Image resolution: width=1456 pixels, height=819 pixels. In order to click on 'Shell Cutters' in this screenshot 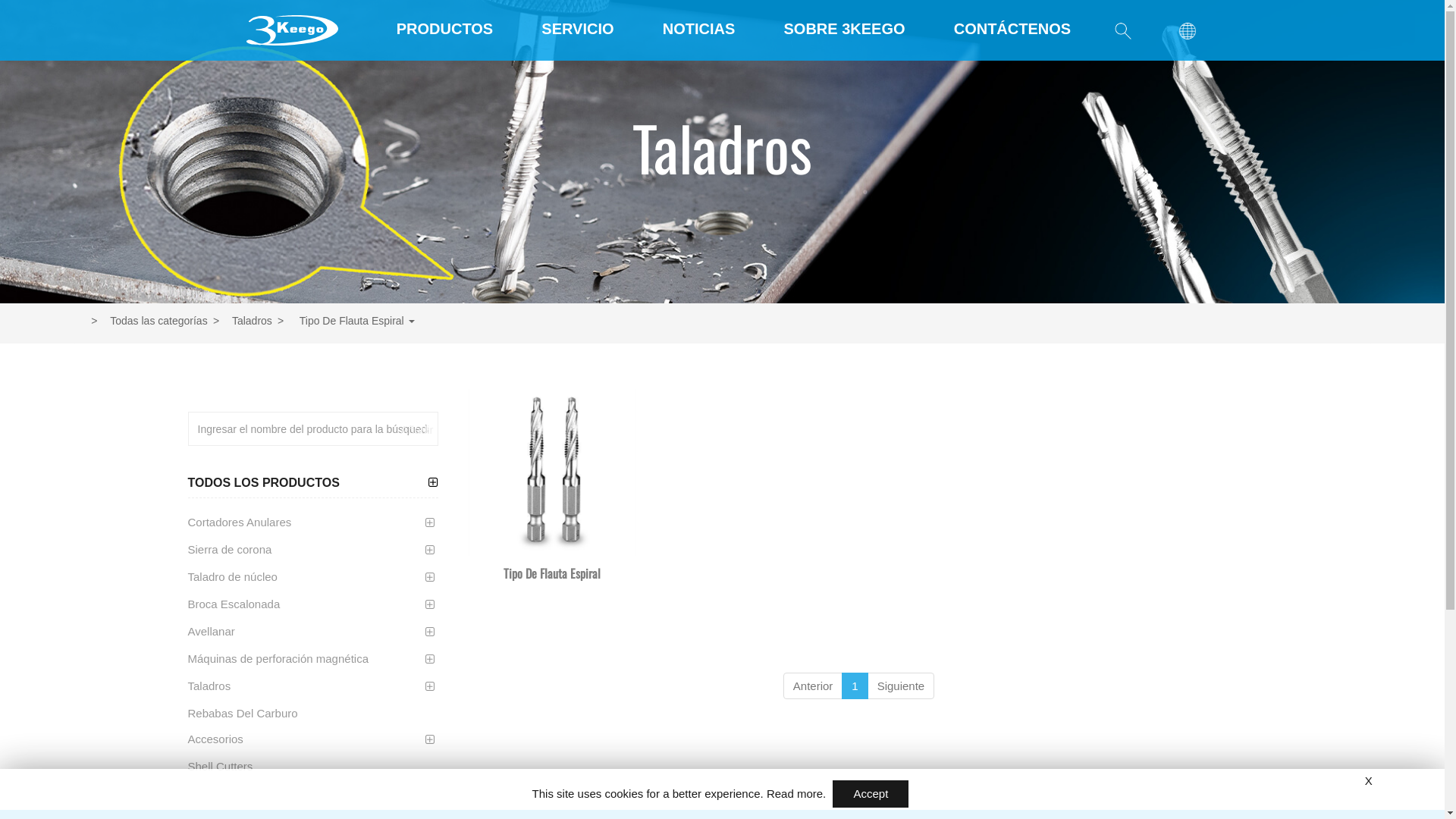, I will do `click(220, 766)`.